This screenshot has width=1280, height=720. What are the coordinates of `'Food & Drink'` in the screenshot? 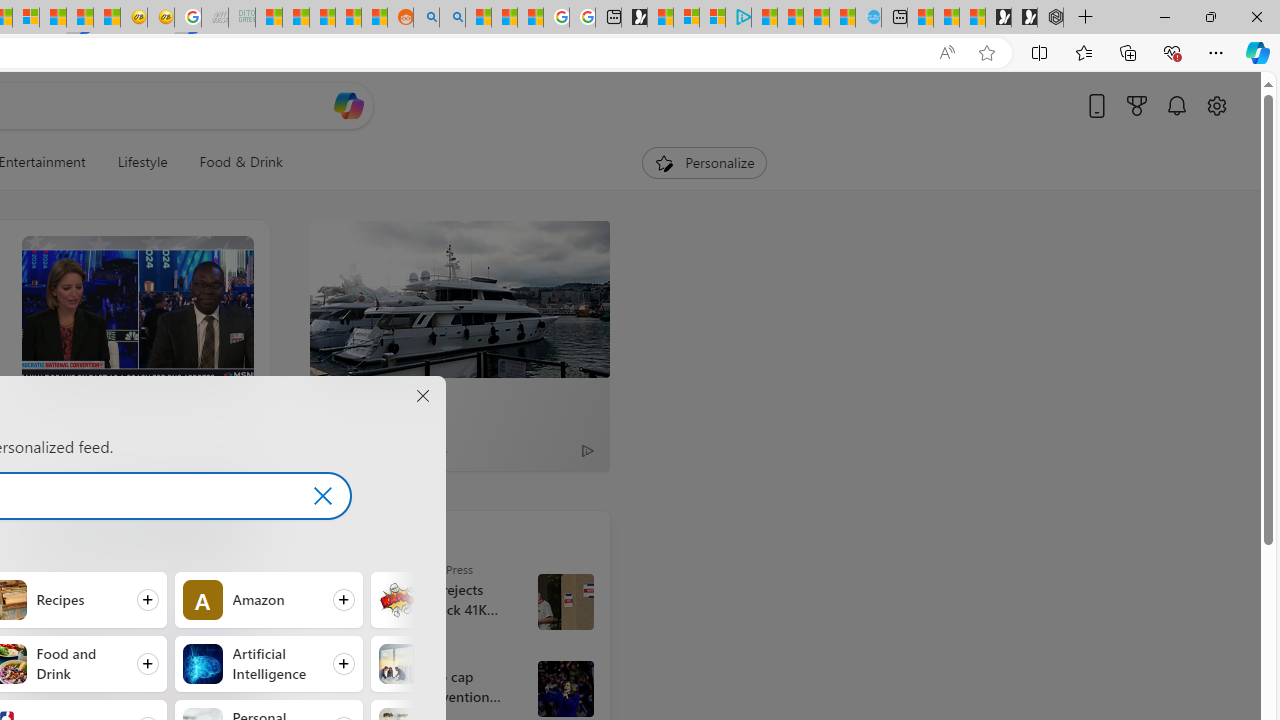 It's located at (232, 162).